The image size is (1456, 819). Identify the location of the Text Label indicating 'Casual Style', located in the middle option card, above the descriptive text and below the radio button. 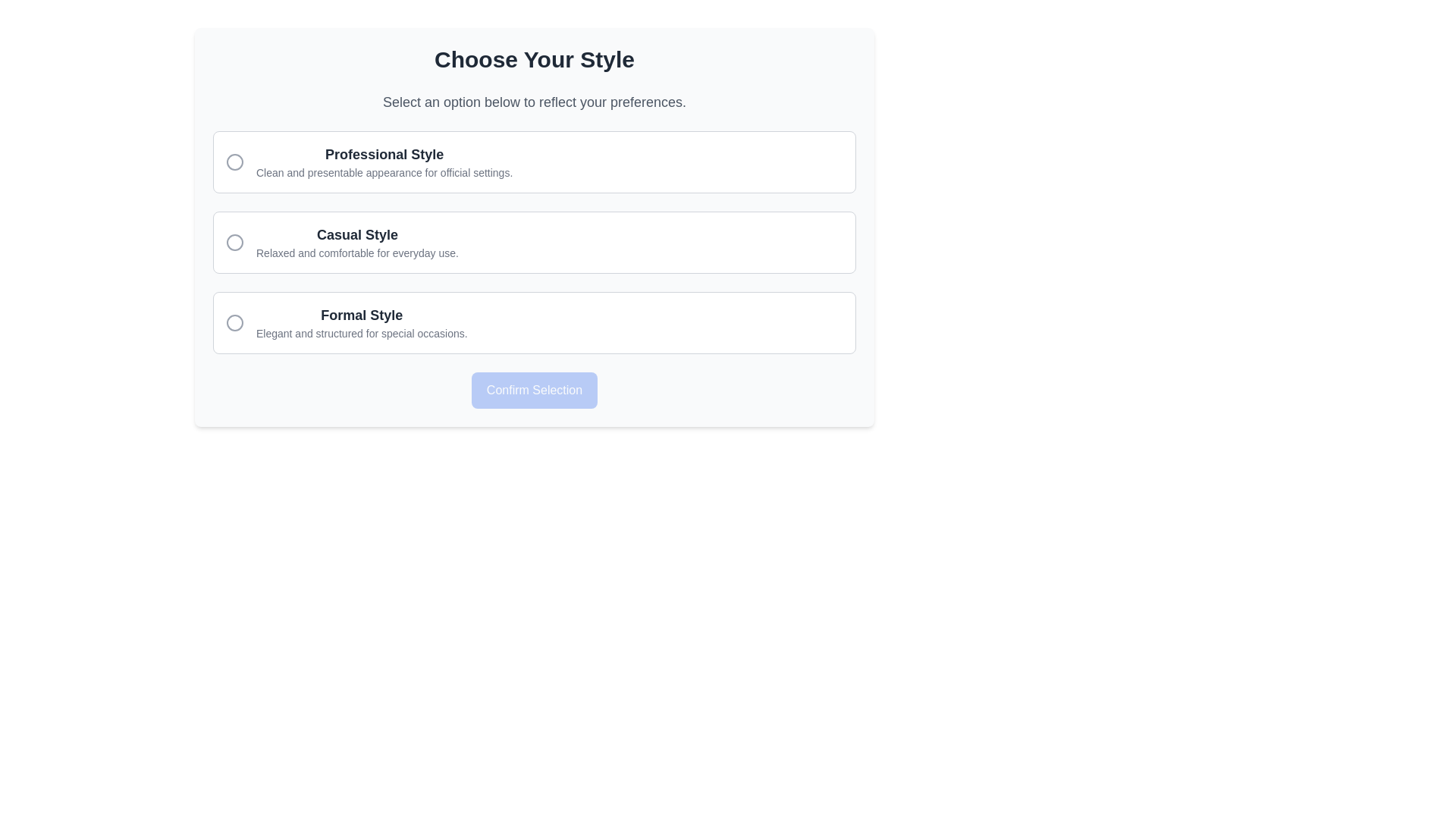
(356, 234).